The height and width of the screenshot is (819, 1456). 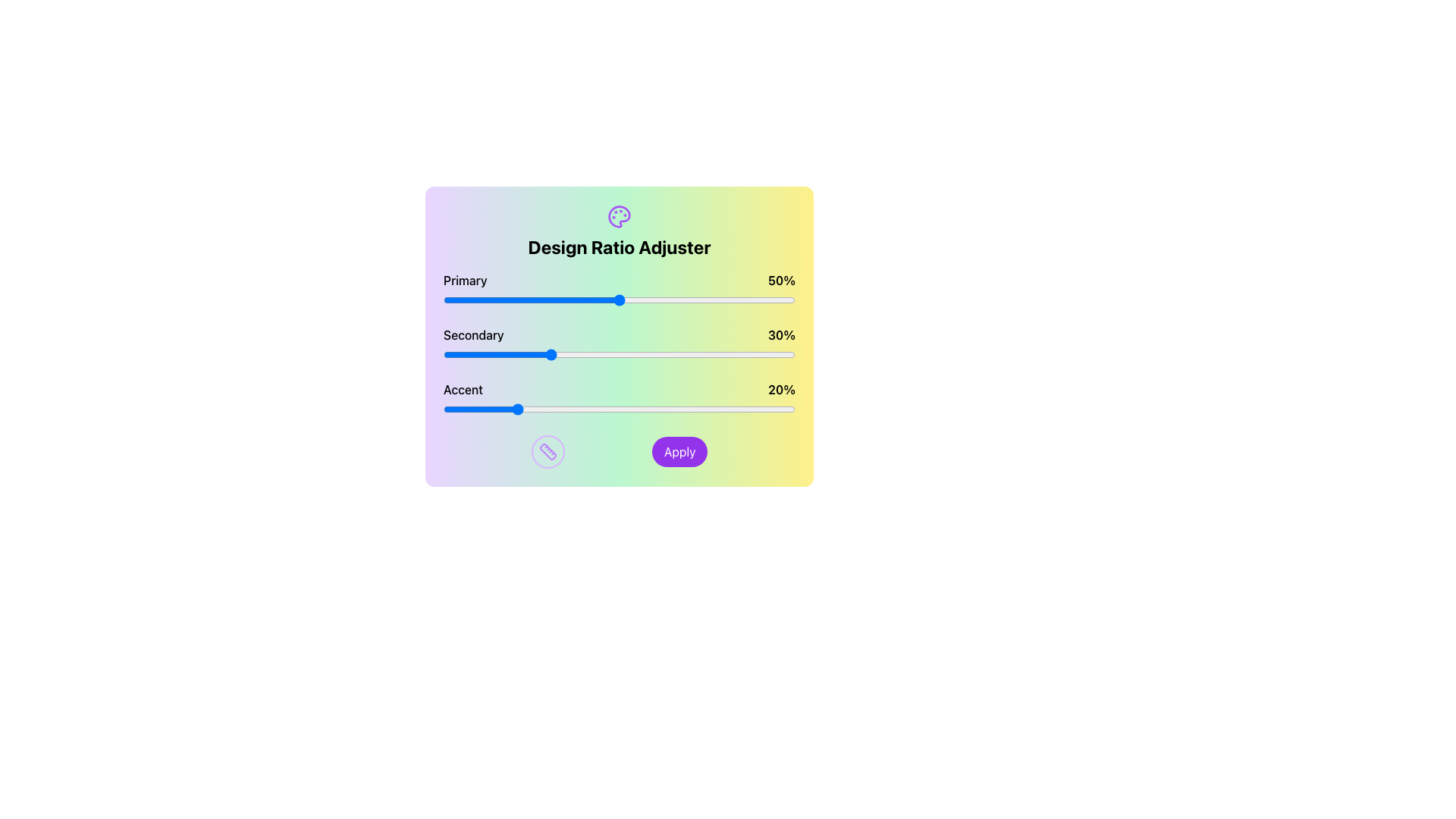 I want to click on the primary design ratio, so click(x=629, y=300).